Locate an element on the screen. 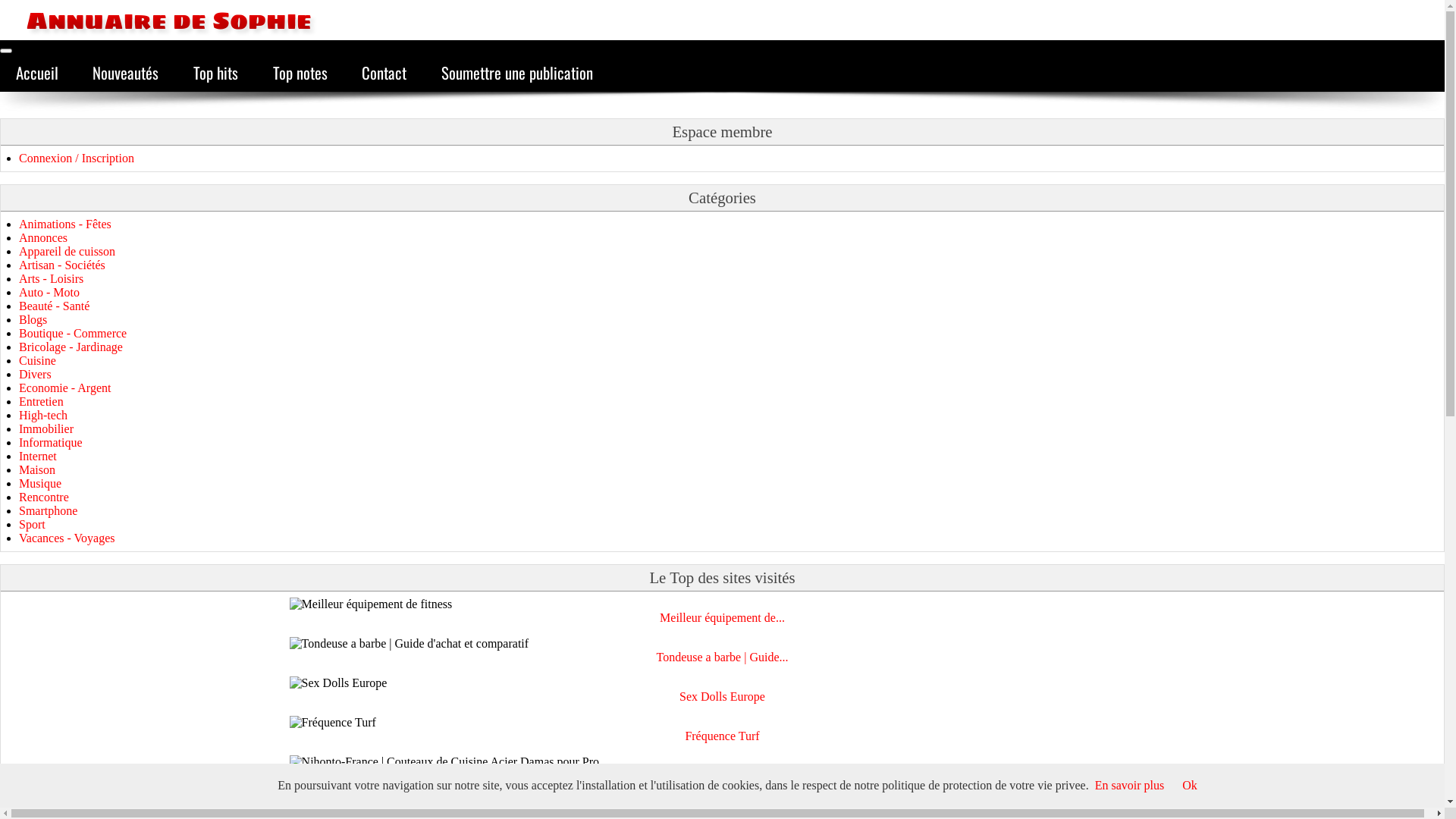 The image size is (1456, 819). 'Blogs' is located at coordinates (33, 318).